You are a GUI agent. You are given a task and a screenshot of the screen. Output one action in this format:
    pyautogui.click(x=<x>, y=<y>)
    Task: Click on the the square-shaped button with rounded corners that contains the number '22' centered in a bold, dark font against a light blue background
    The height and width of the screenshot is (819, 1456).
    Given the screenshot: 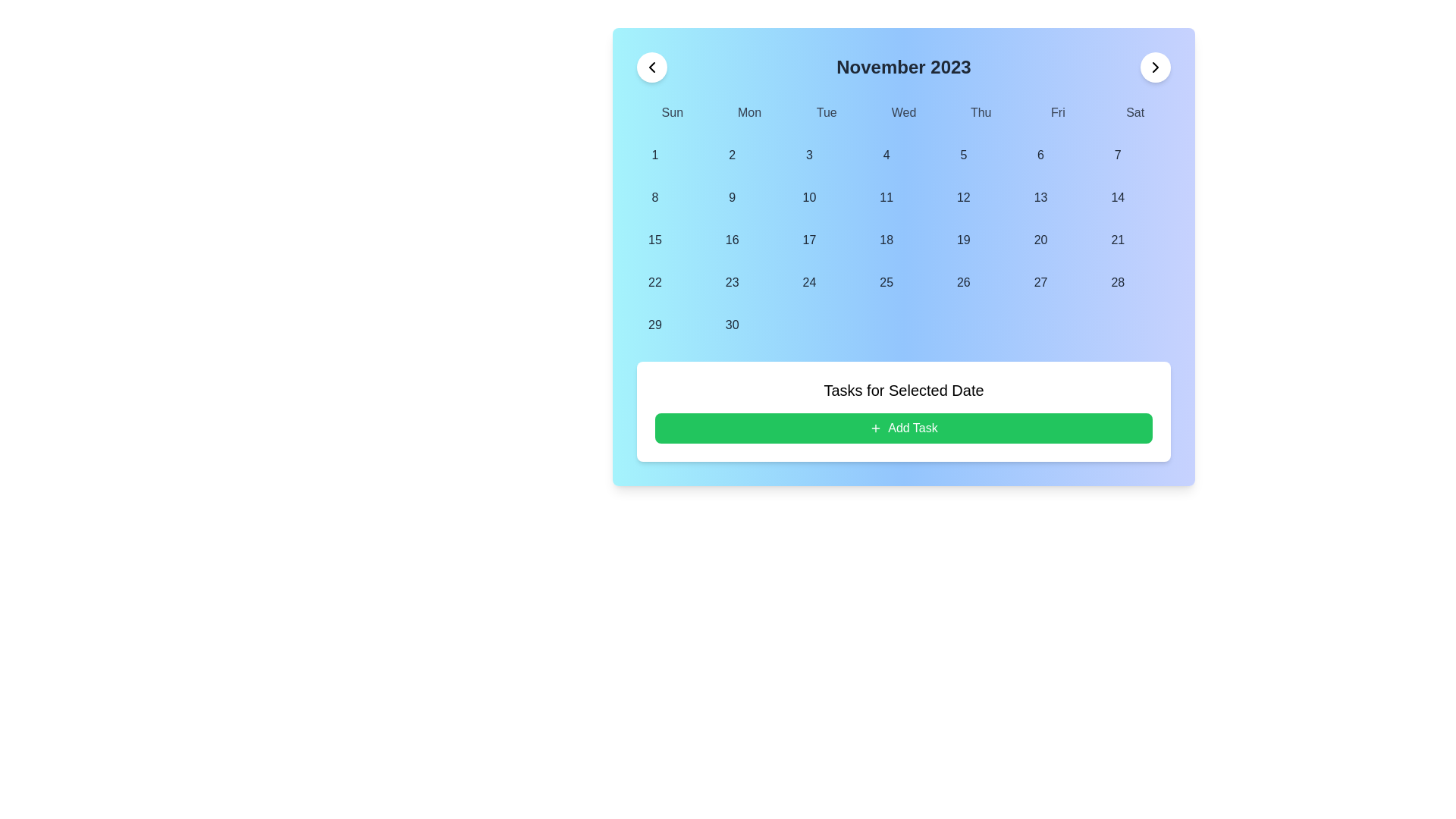 What is the action you would take?
    pyautogui.click(x=655, y=283)
    